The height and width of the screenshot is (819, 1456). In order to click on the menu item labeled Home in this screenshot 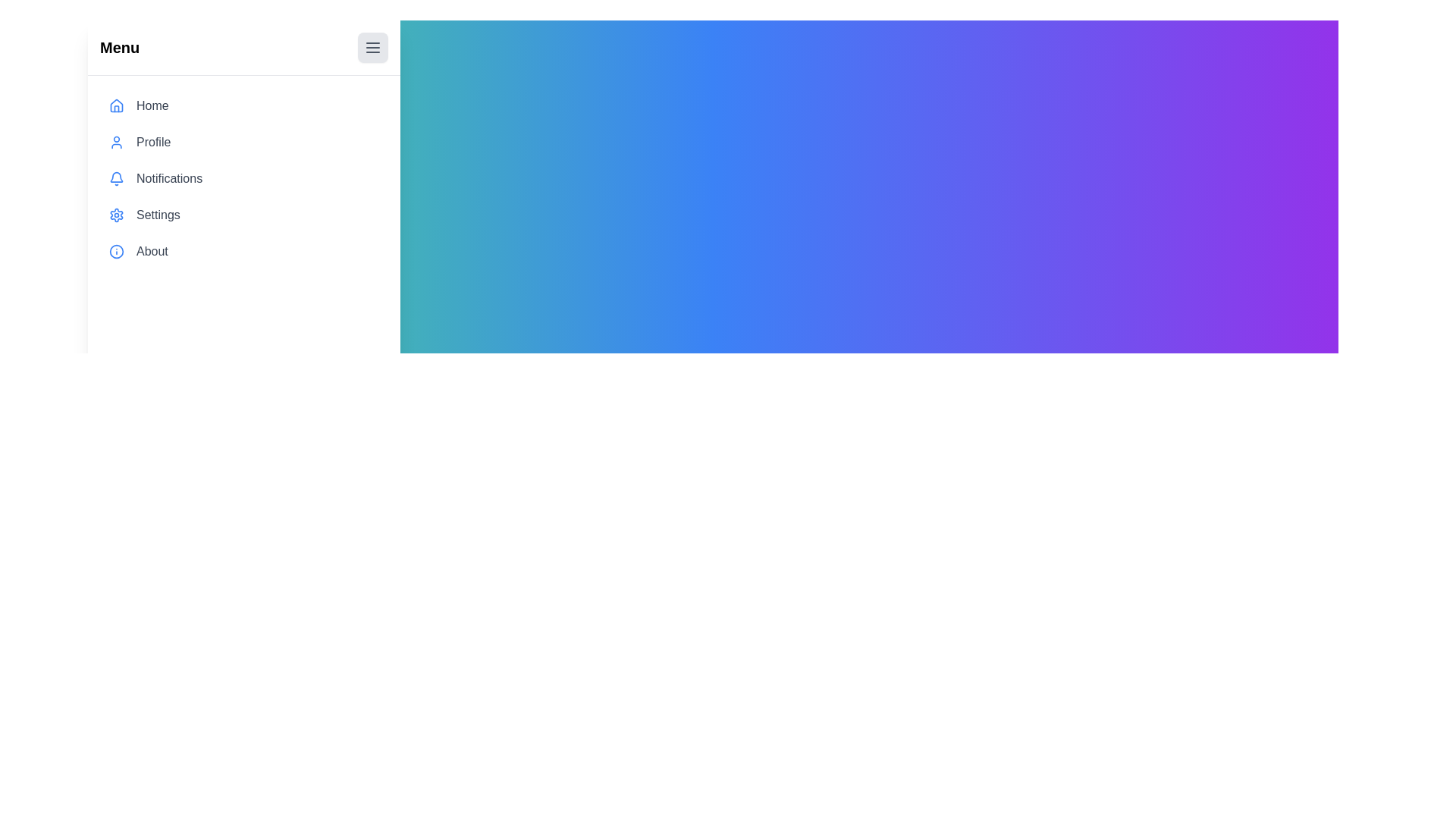, I will do `click(244, 105)`.